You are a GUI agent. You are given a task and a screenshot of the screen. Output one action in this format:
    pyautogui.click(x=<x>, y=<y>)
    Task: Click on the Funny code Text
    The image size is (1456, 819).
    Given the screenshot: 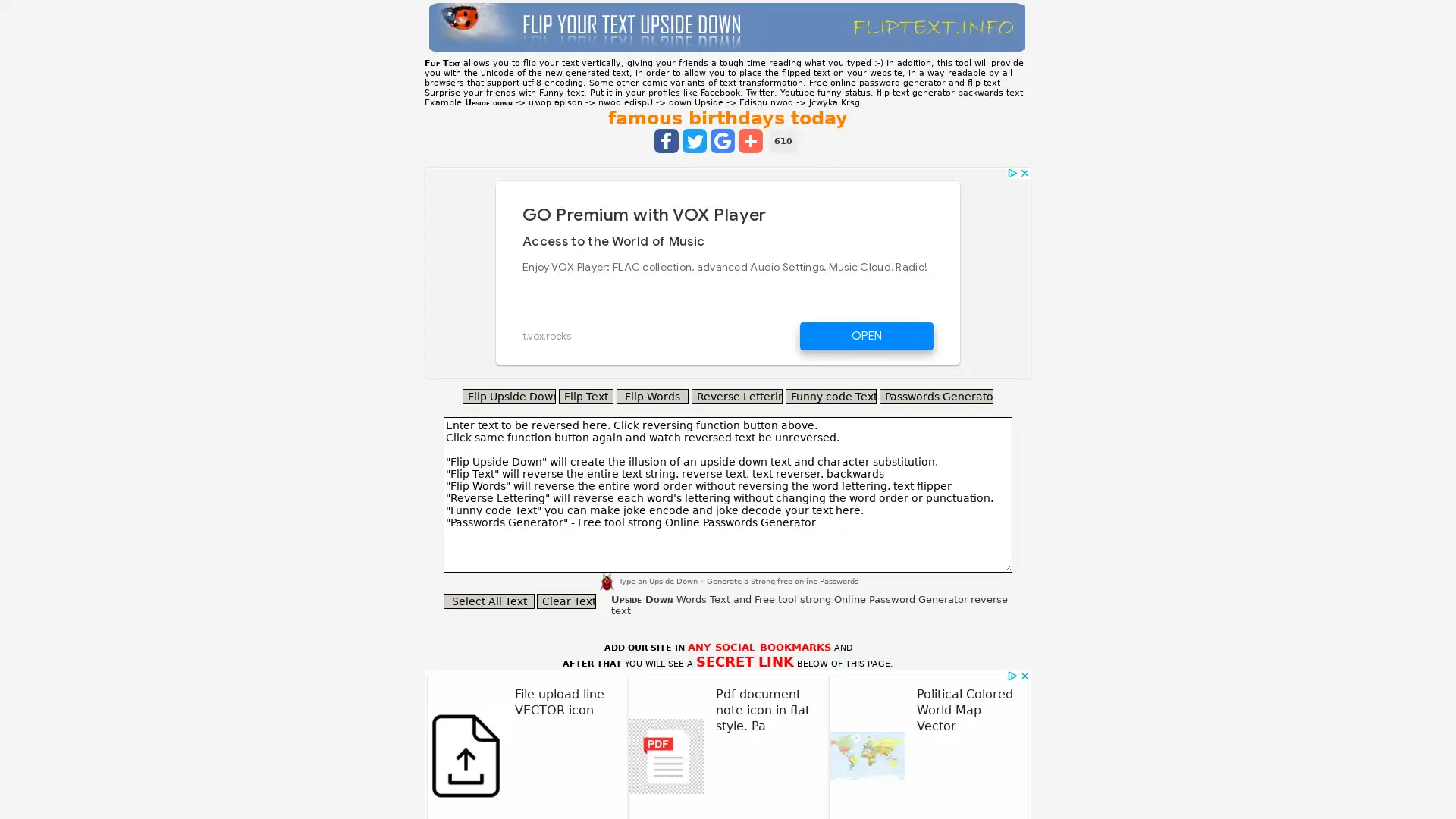 What is the action you would take?
    pyautogui.click(x=830, y=396)
    